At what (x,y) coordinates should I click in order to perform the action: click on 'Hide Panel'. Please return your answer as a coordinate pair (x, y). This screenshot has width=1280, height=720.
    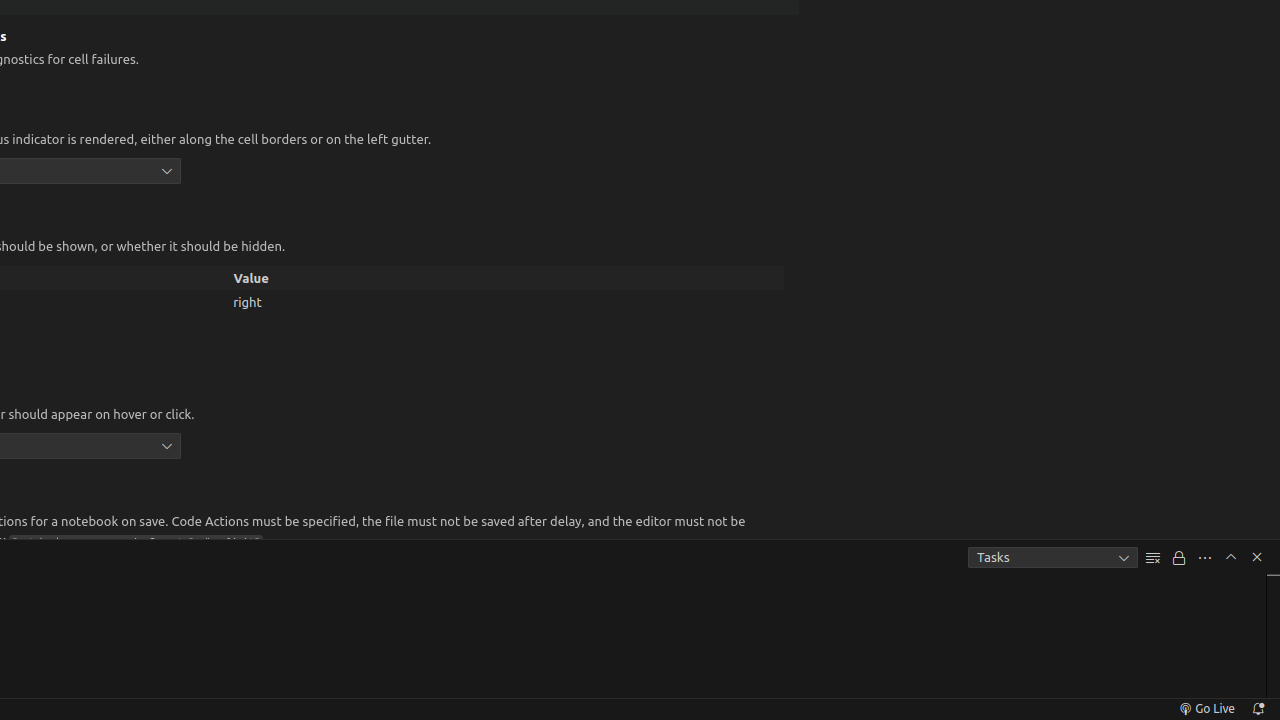
    Looking at the image, I should click on (1255, 556).